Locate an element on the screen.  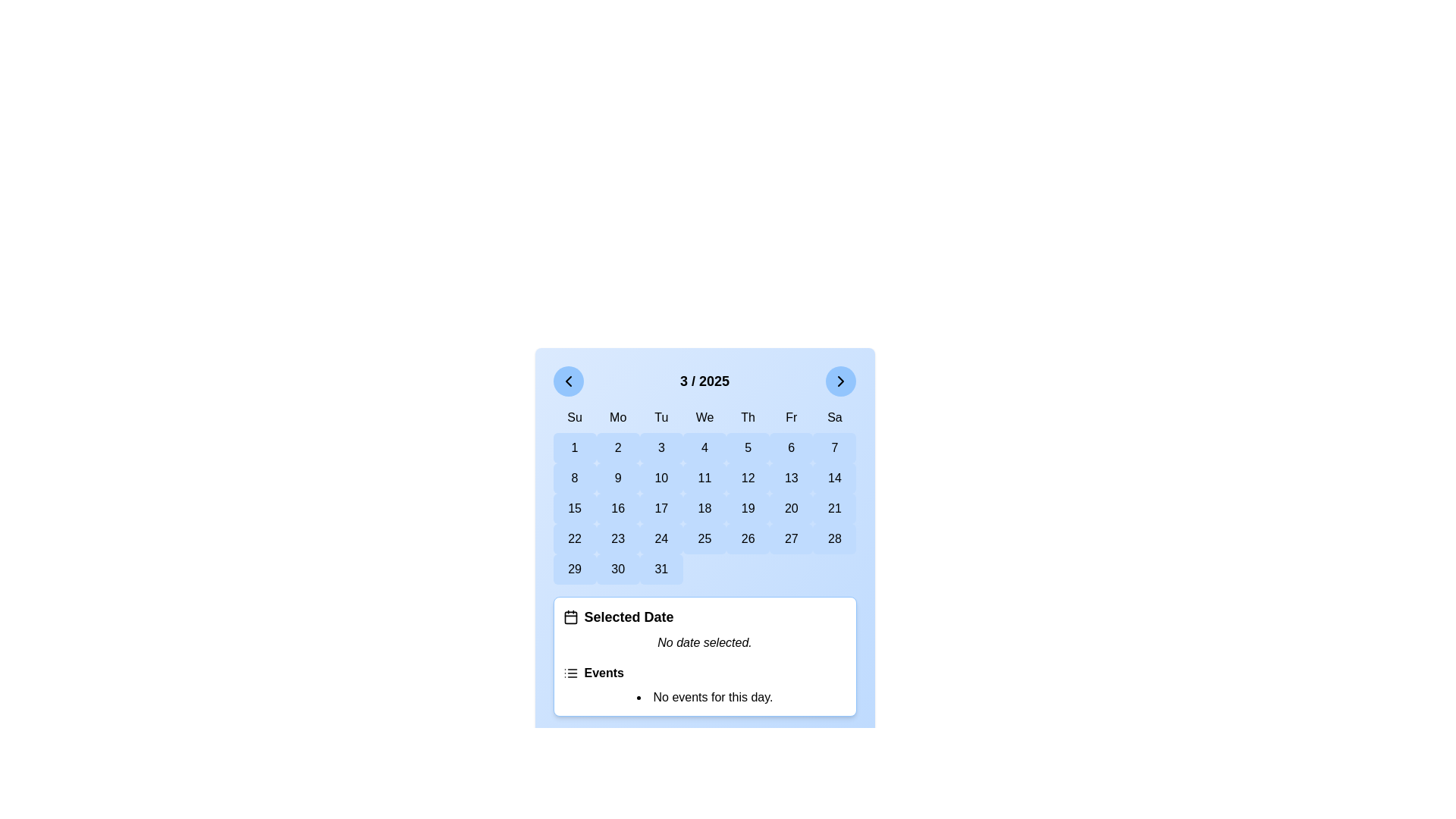
the rightward-pointing chevron icon inside the blue circular button located near the top-right corner of the calendar interface is located at coordinates (840, 380).